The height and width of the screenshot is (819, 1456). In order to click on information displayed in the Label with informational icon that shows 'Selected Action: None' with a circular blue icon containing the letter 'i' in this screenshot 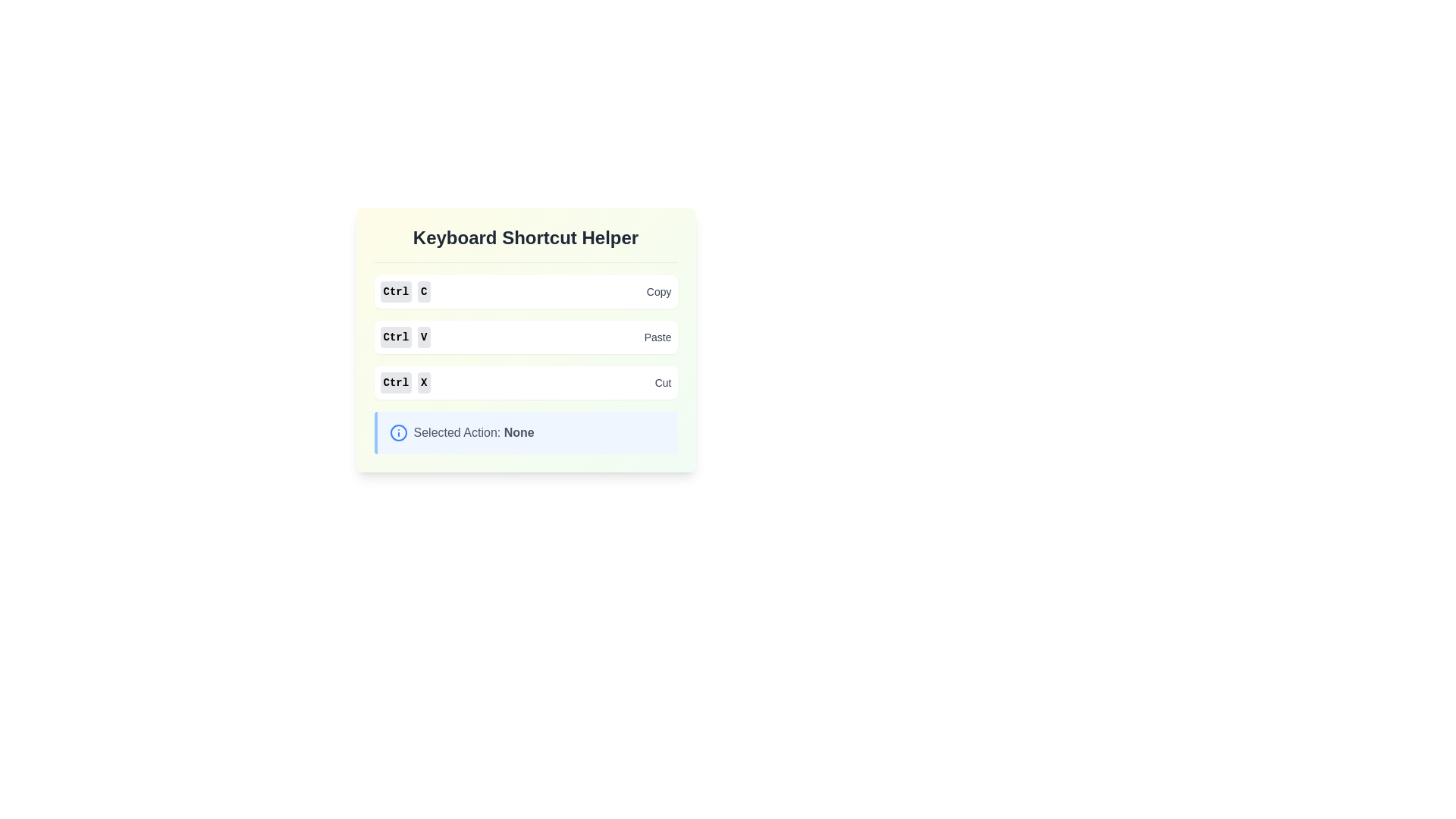, I will do `click(527, 432)`.